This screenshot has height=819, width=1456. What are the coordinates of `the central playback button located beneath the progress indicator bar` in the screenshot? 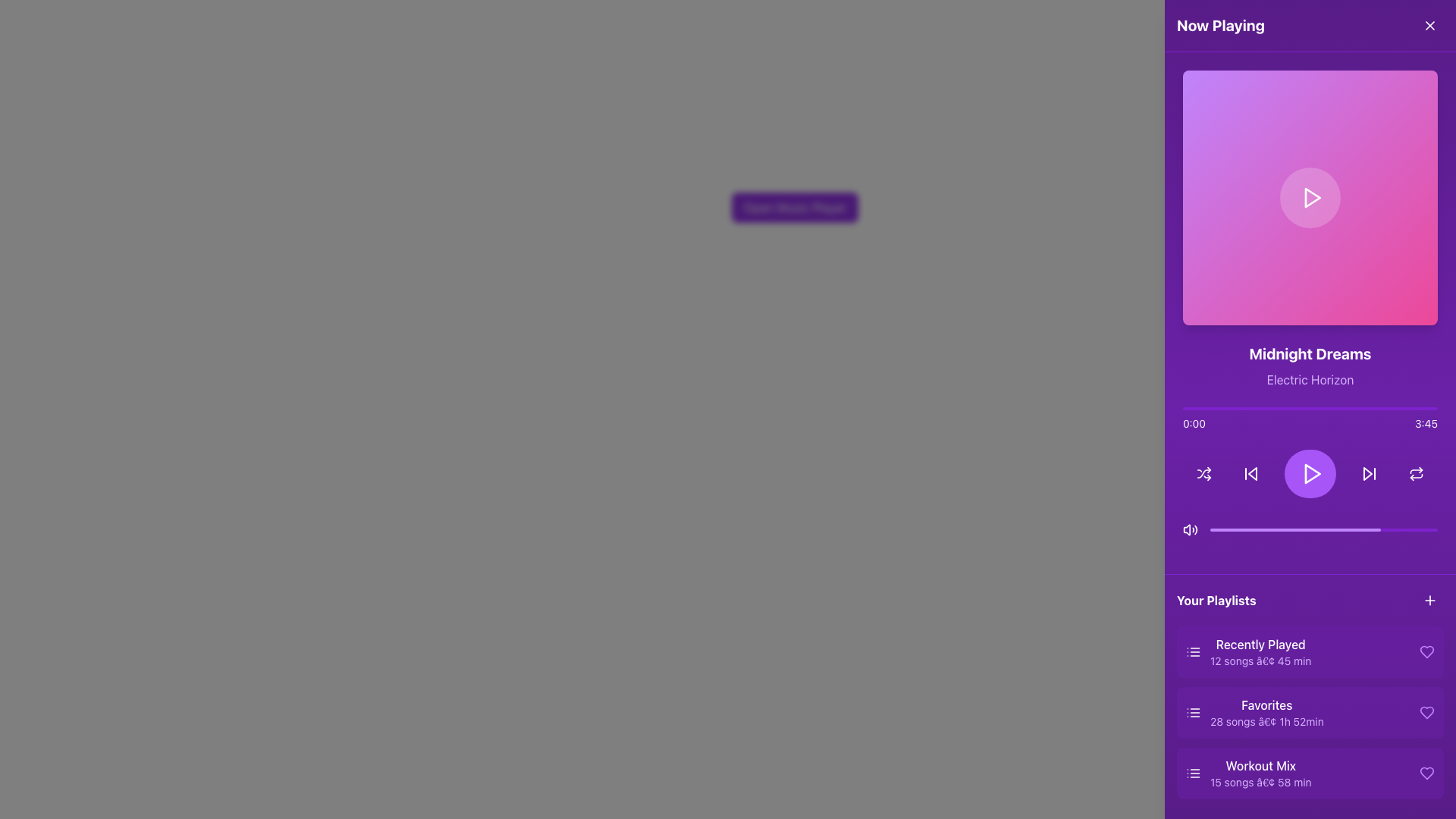 It's located at (1310, 472).